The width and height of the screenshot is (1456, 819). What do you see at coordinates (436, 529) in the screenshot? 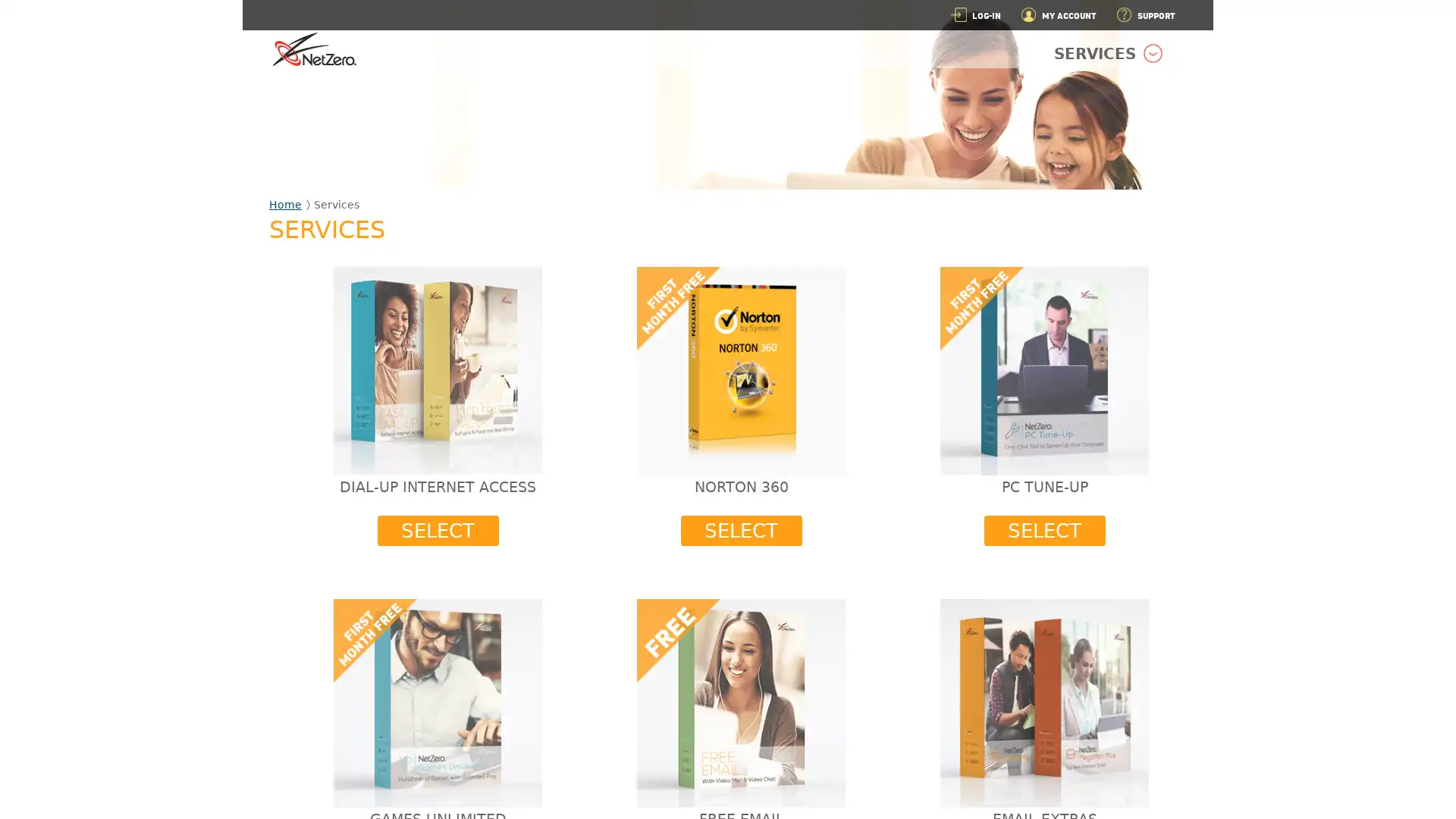
I see `SELECT` at bounding box center [436, 529].